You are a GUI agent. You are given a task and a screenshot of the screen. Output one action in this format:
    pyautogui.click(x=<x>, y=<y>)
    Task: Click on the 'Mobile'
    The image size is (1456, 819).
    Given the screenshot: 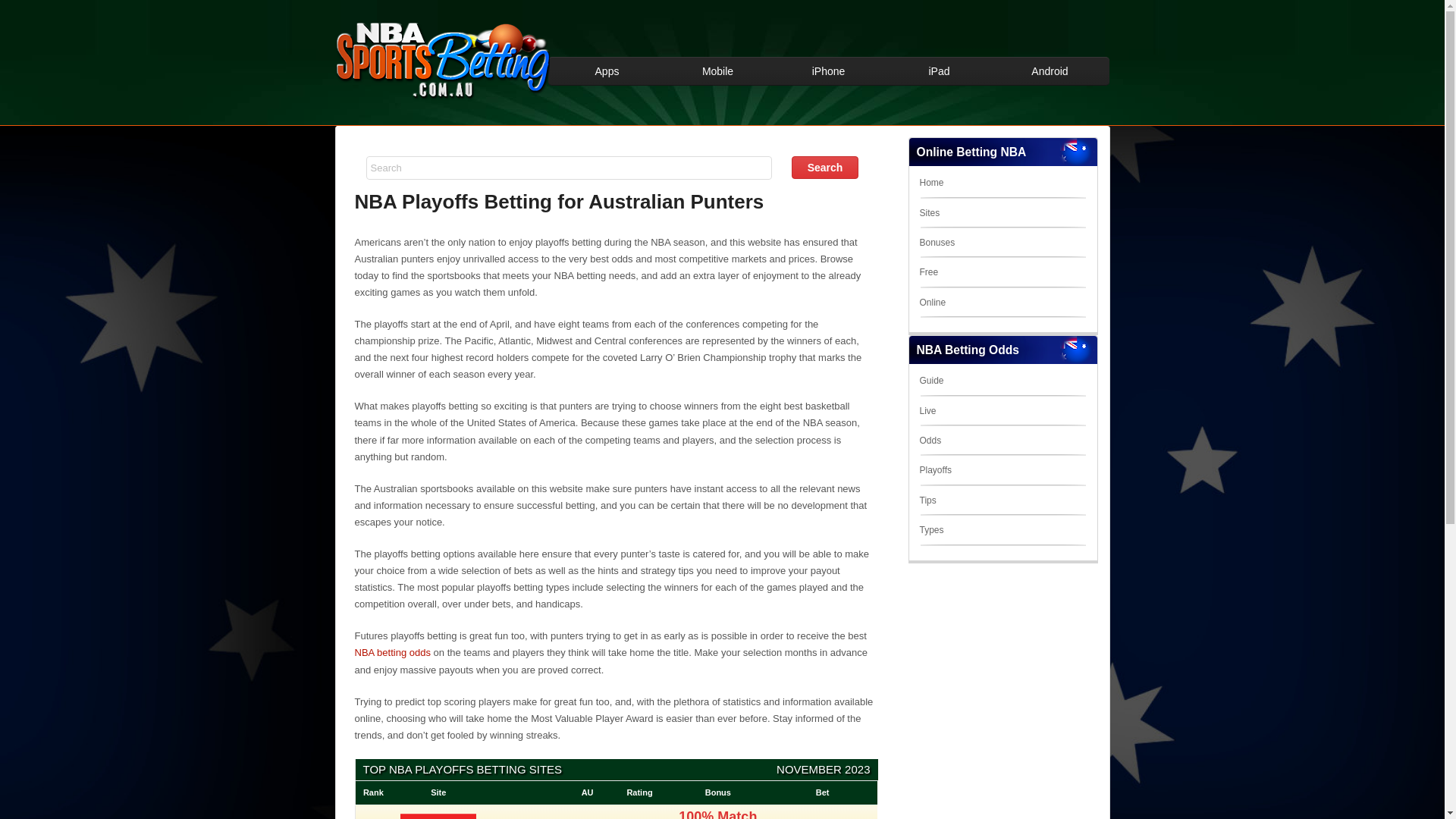 What is the action you would take?
    pyautogui.click(x=717, y=71)
    